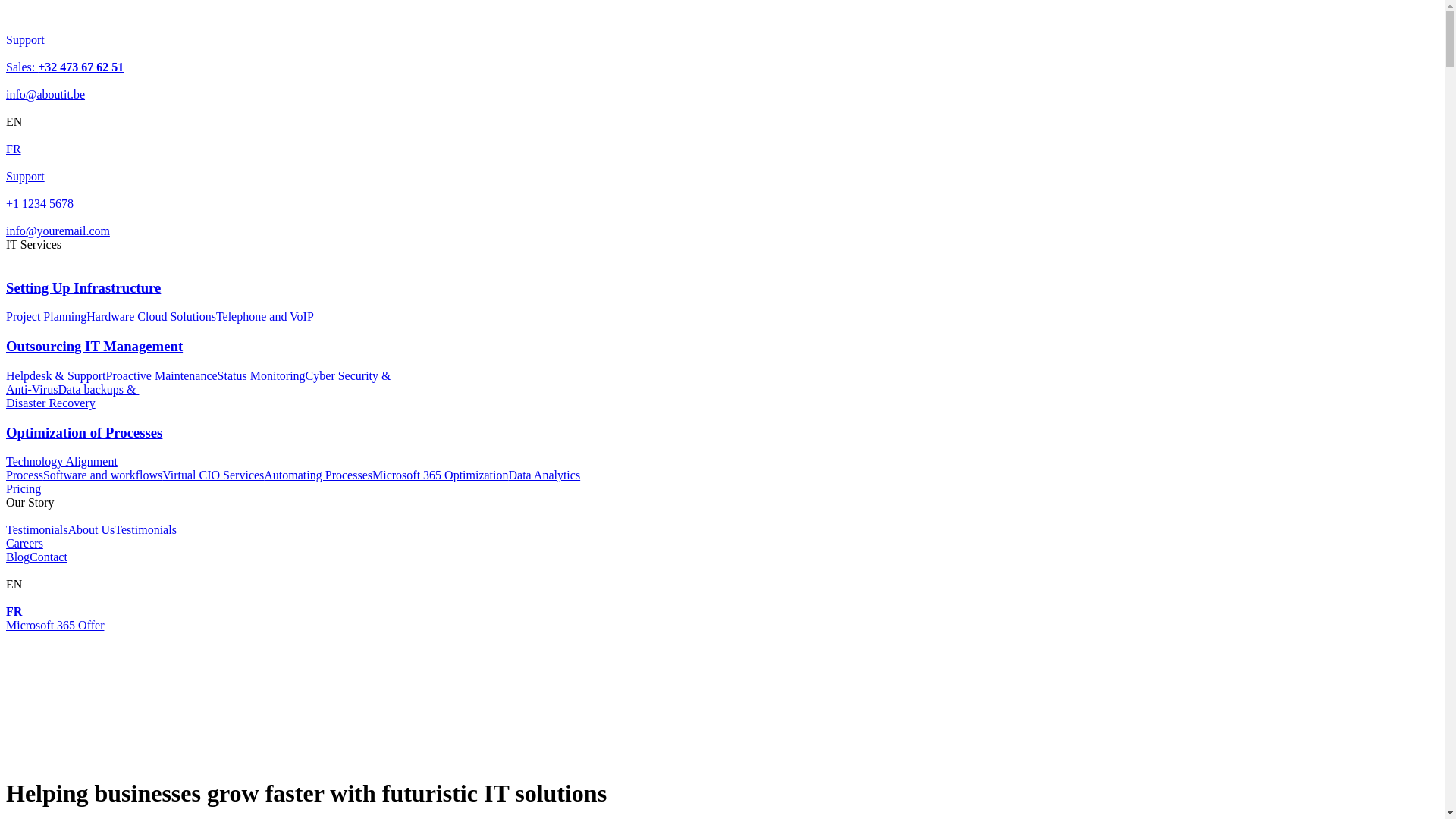 The height and width of the screenshot is (819, 1456). What do you see at coordinates (102, 474) in the screenshot?
I see `'Software and workflows'` at bounding box center [102, 474].